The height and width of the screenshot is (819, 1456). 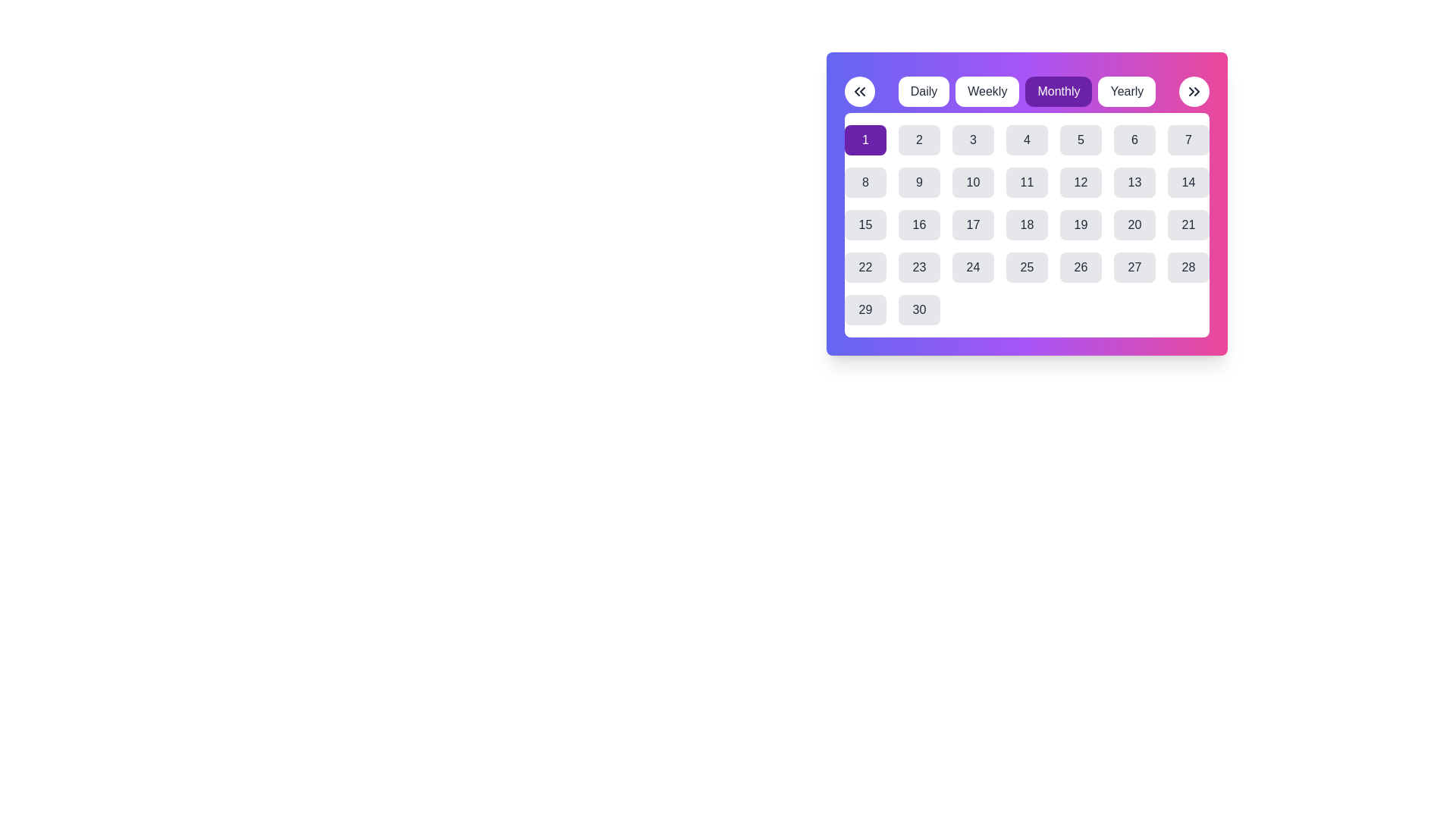 I want to click on the button representing the date '7' in the calendar, so click(x=1188, y=140).